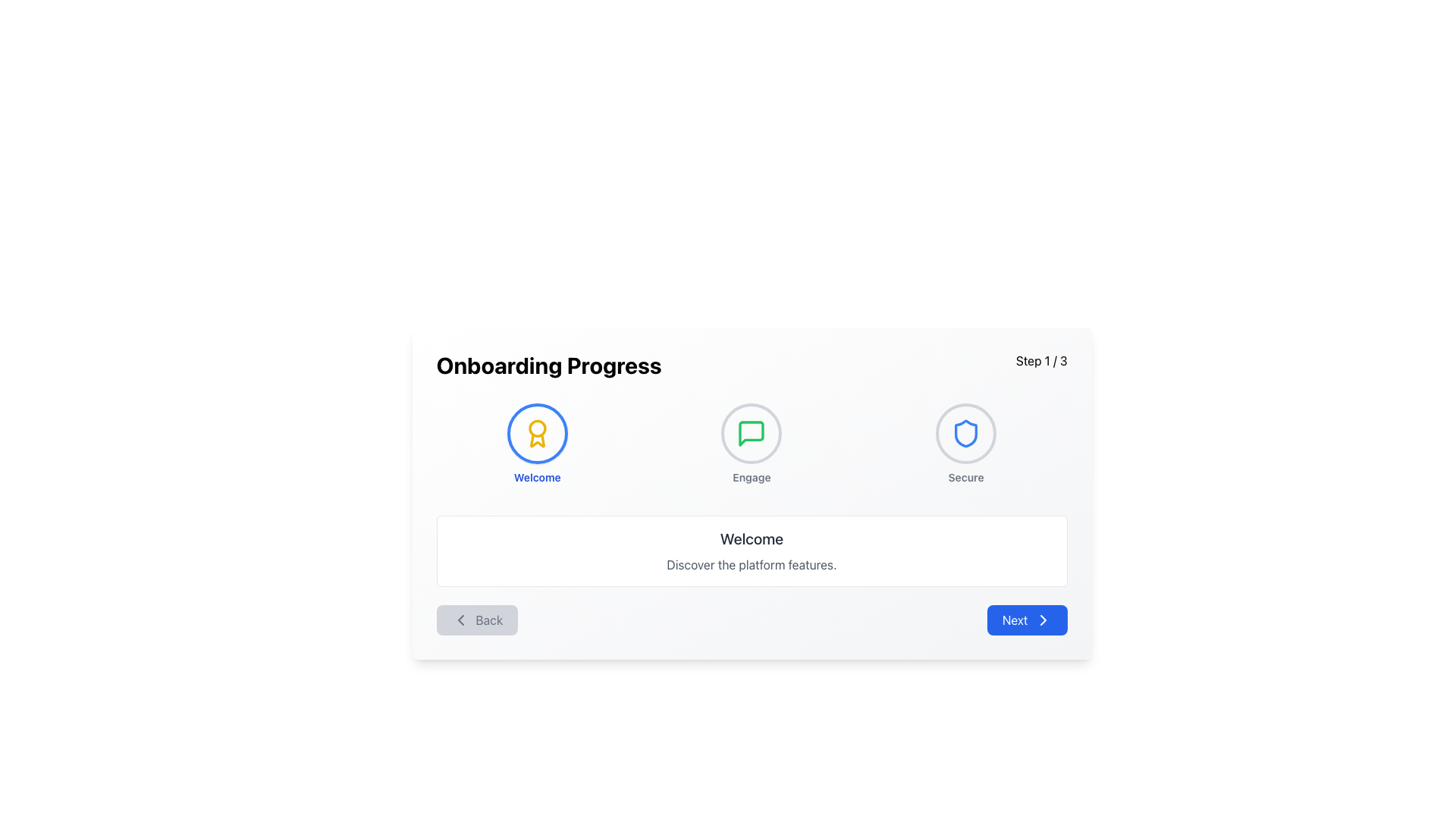 The height and width of the screenshot is (819, 1456). I want to click on the shield icon with a blue outline, which is positioned above the text label 'Secure' in the lower-right quadrant of the central interface section, so click(965, 433).